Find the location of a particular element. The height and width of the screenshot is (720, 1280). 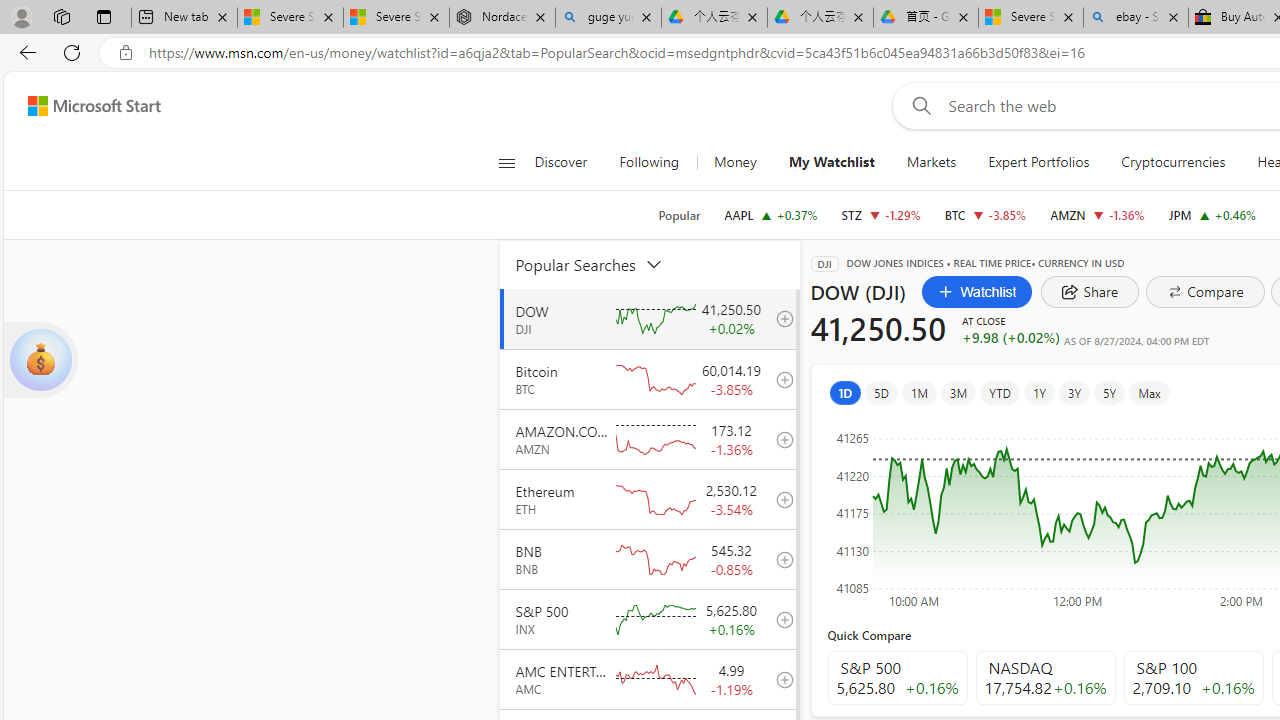

'Expert Portfolios' is located at coordinates (1039, 162).